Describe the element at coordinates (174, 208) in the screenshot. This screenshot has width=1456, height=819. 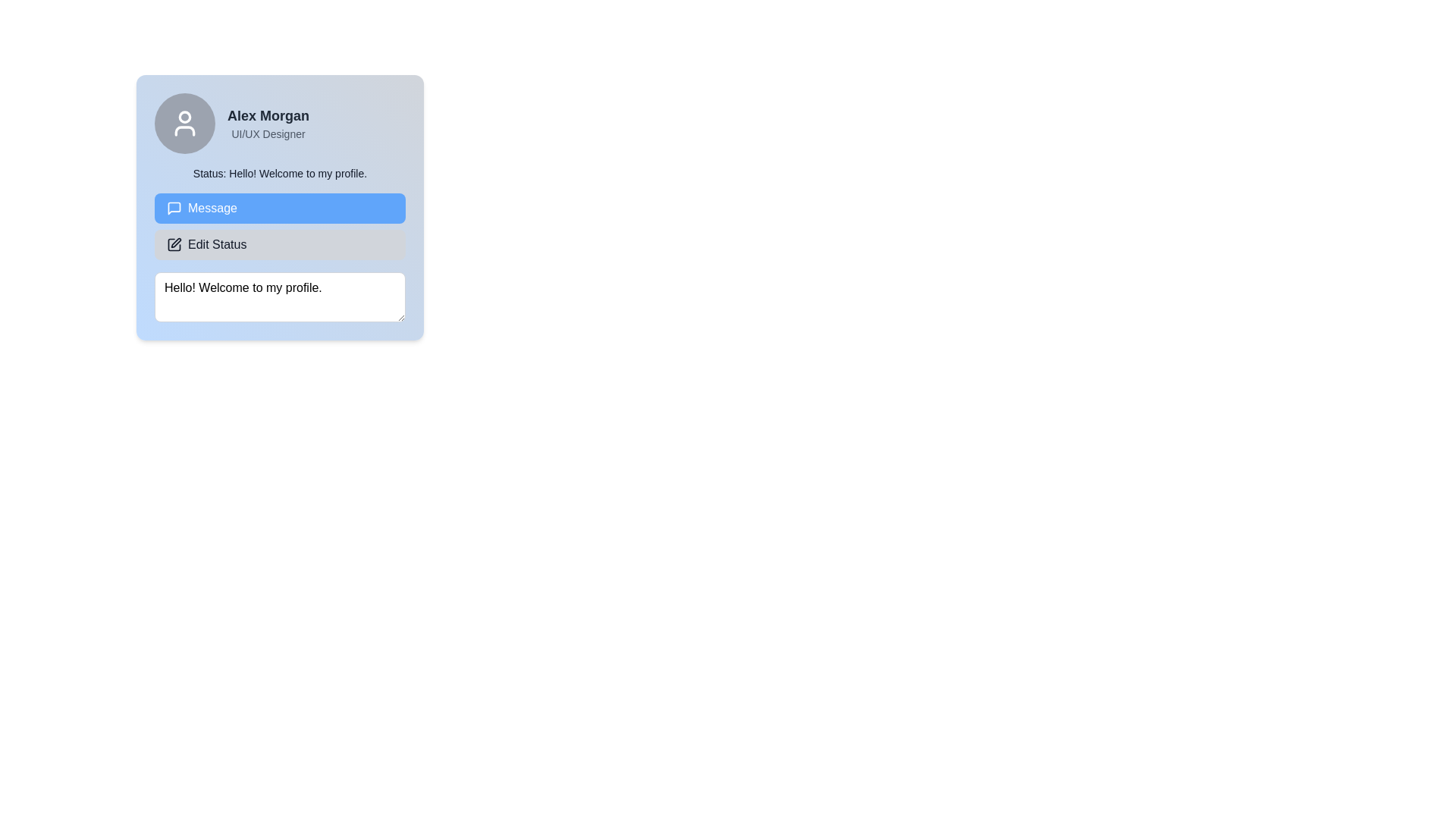
I see `the messaging icon located within the blue rectangular button labeled 'Message', positioned to the left of its text` at that location.